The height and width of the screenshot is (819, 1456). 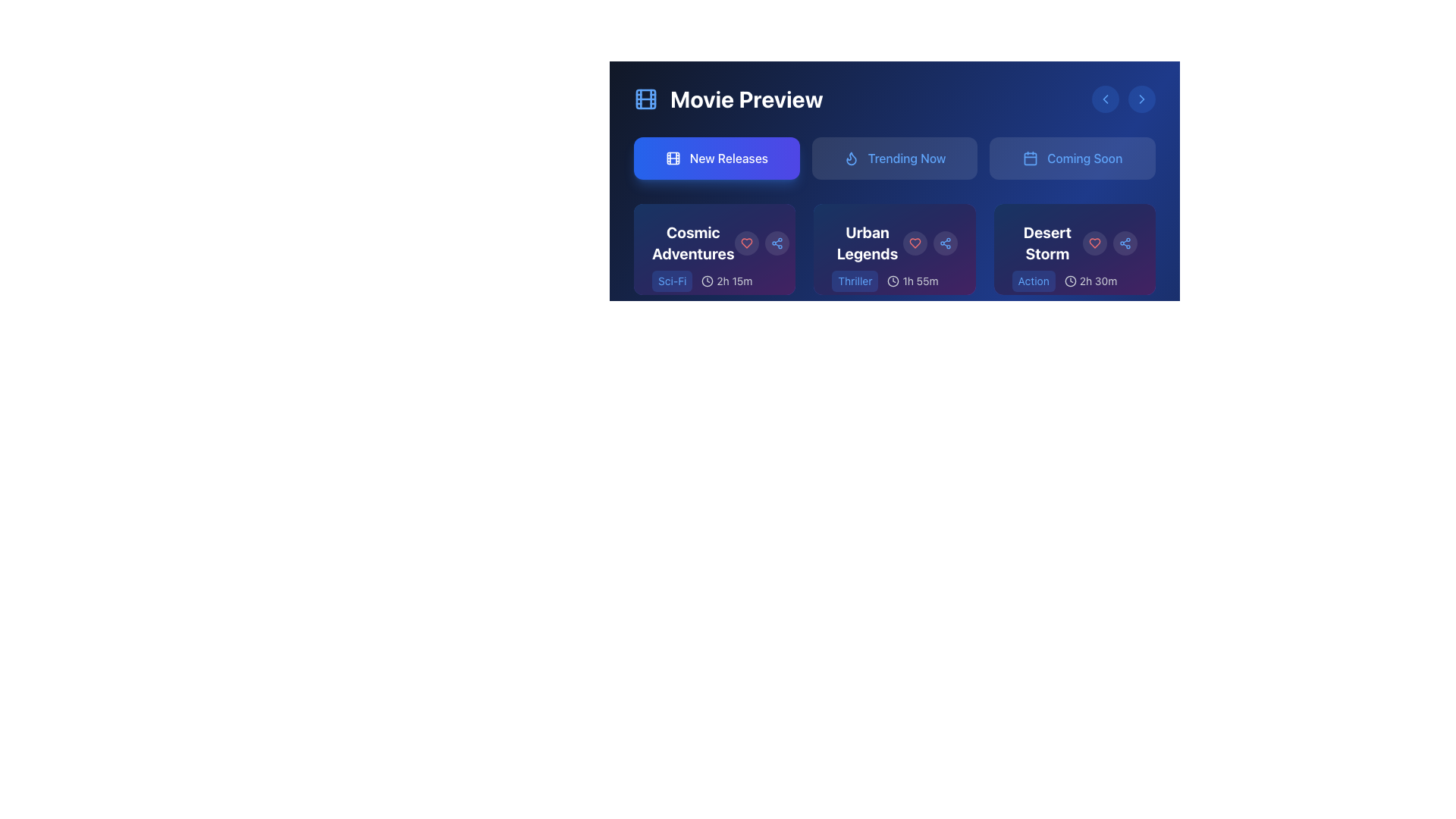 I want to click on the circular SVG shape that is part of the clock icon within the 'Urban Legends' card component, so click(x=893, y=281).